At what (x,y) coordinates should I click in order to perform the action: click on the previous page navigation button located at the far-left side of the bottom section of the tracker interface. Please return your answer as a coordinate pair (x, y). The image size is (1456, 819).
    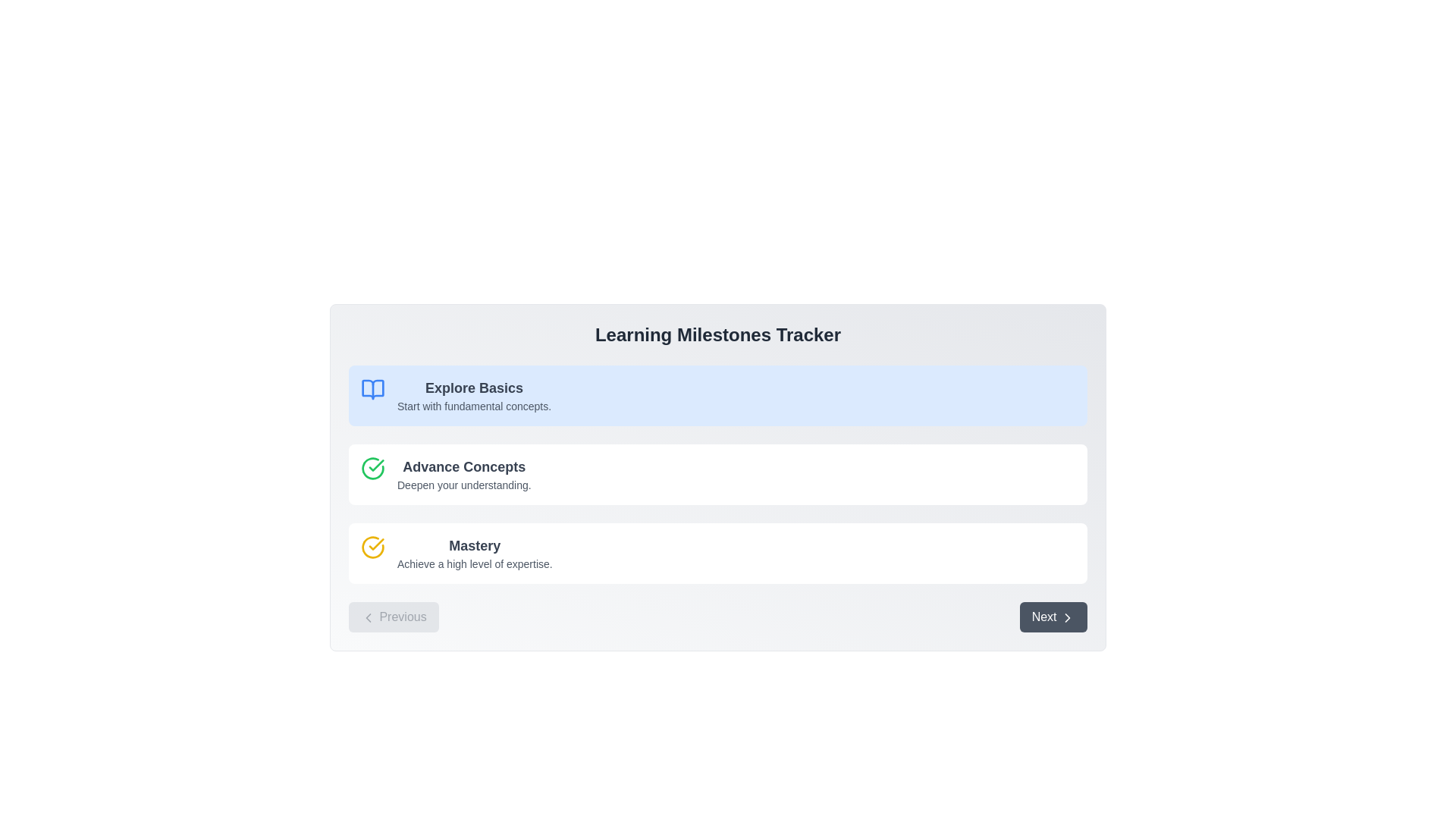
    Looking at the image, I should click on (394, 617).